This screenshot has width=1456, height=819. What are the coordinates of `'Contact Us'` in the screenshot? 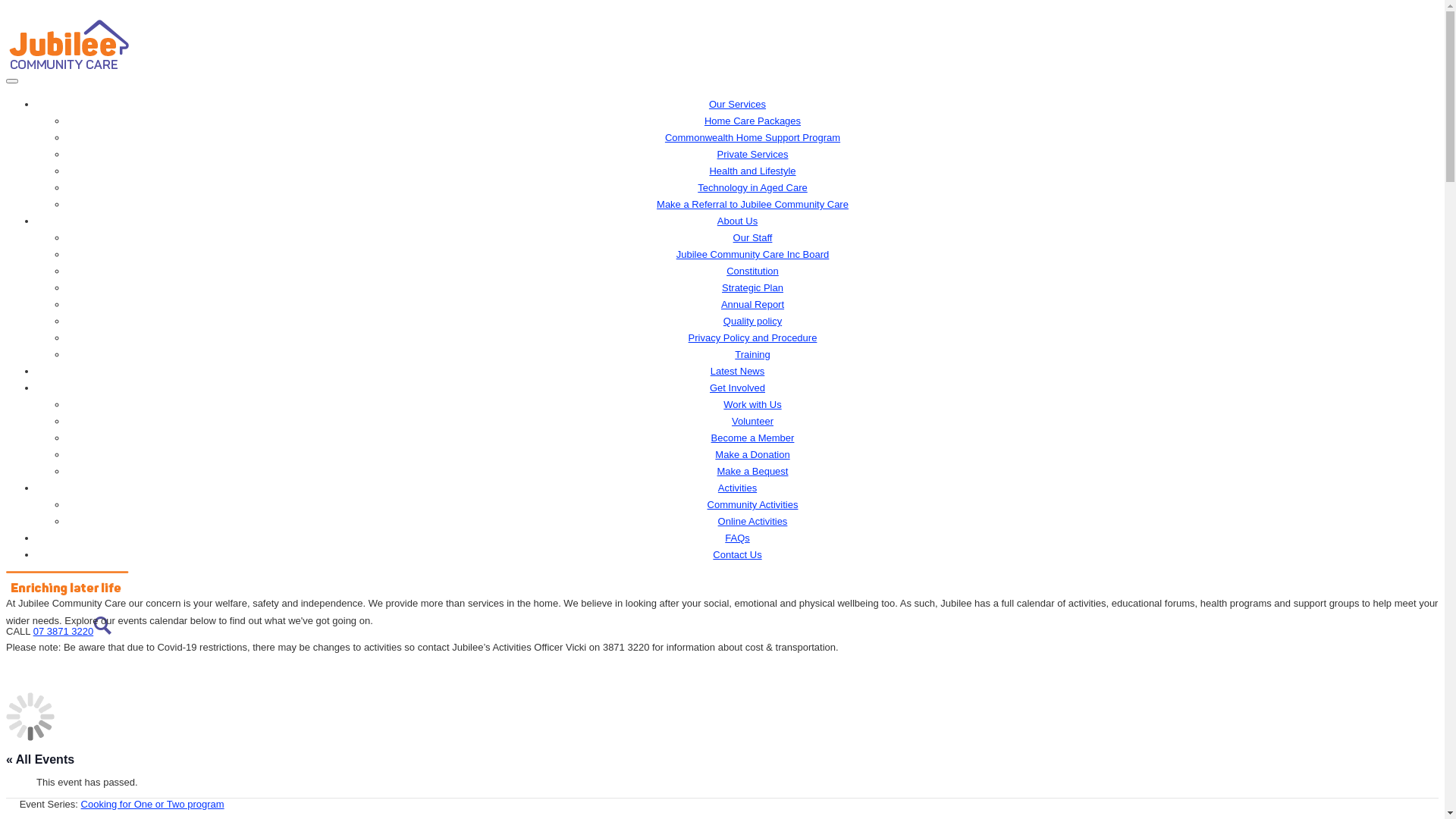 It's located at (712, 555).